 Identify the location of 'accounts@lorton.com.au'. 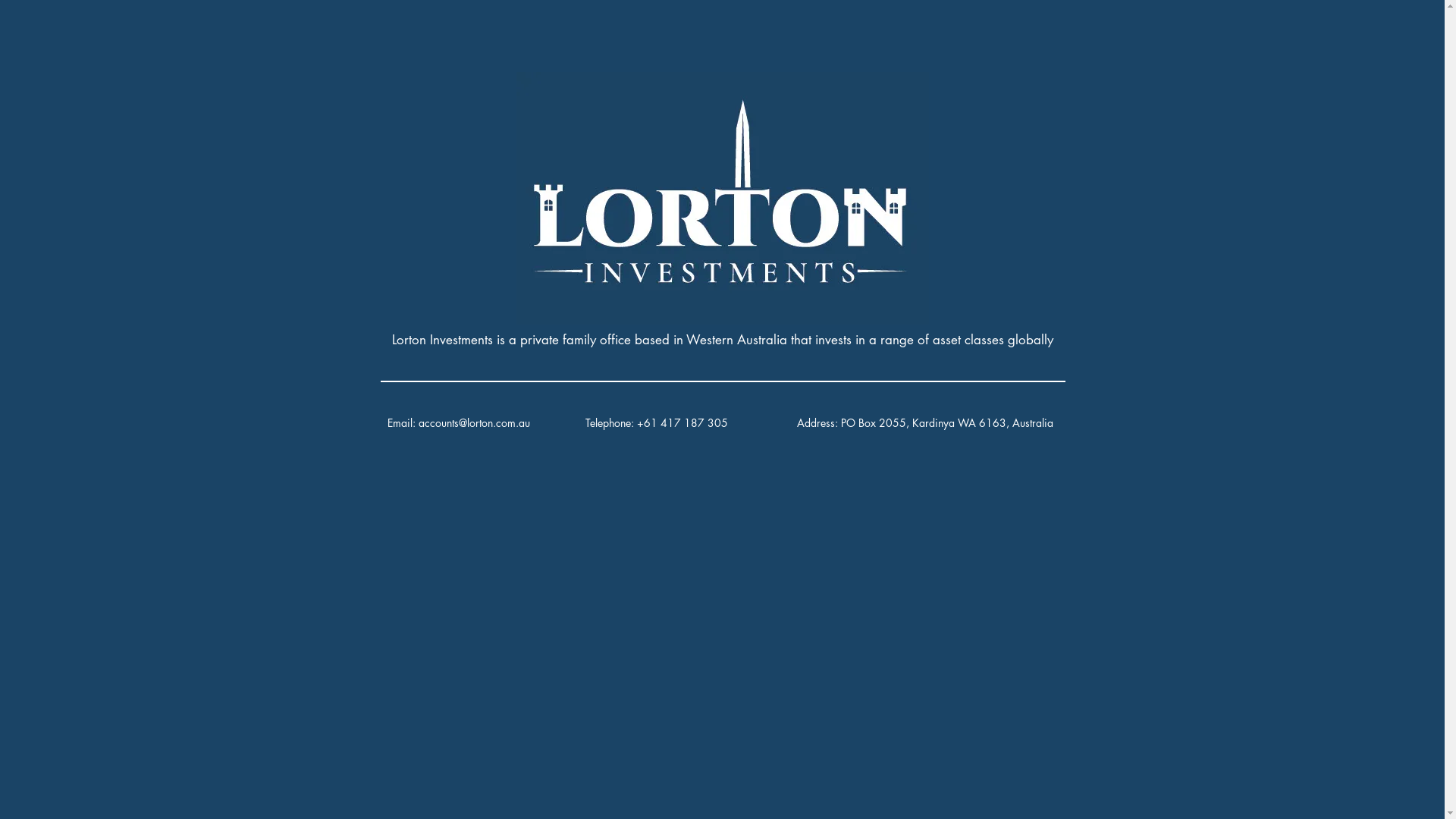
(419, 422).